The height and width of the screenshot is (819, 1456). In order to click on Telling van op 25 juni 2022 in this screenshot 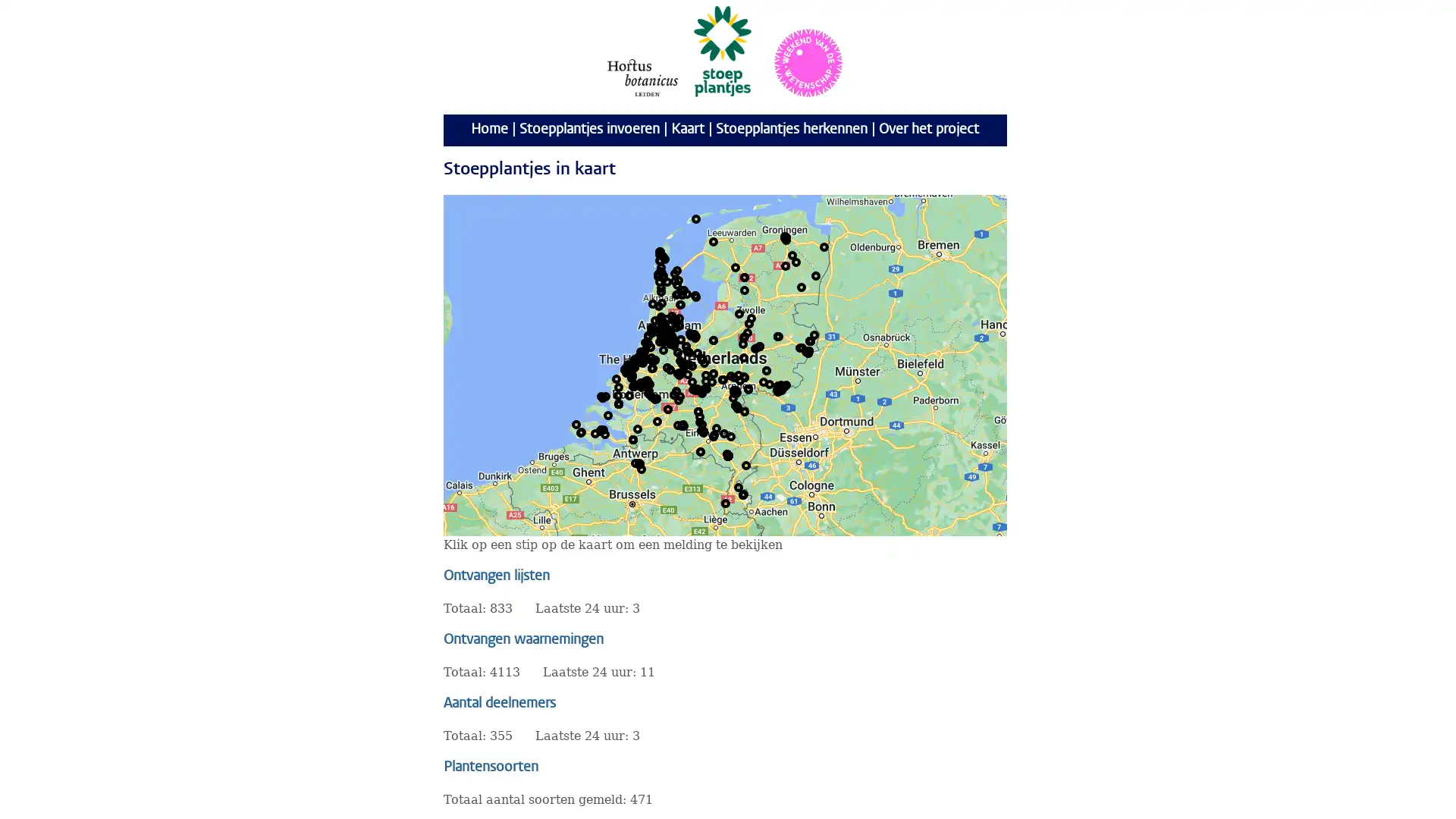, I will do `click(745, 277)`.